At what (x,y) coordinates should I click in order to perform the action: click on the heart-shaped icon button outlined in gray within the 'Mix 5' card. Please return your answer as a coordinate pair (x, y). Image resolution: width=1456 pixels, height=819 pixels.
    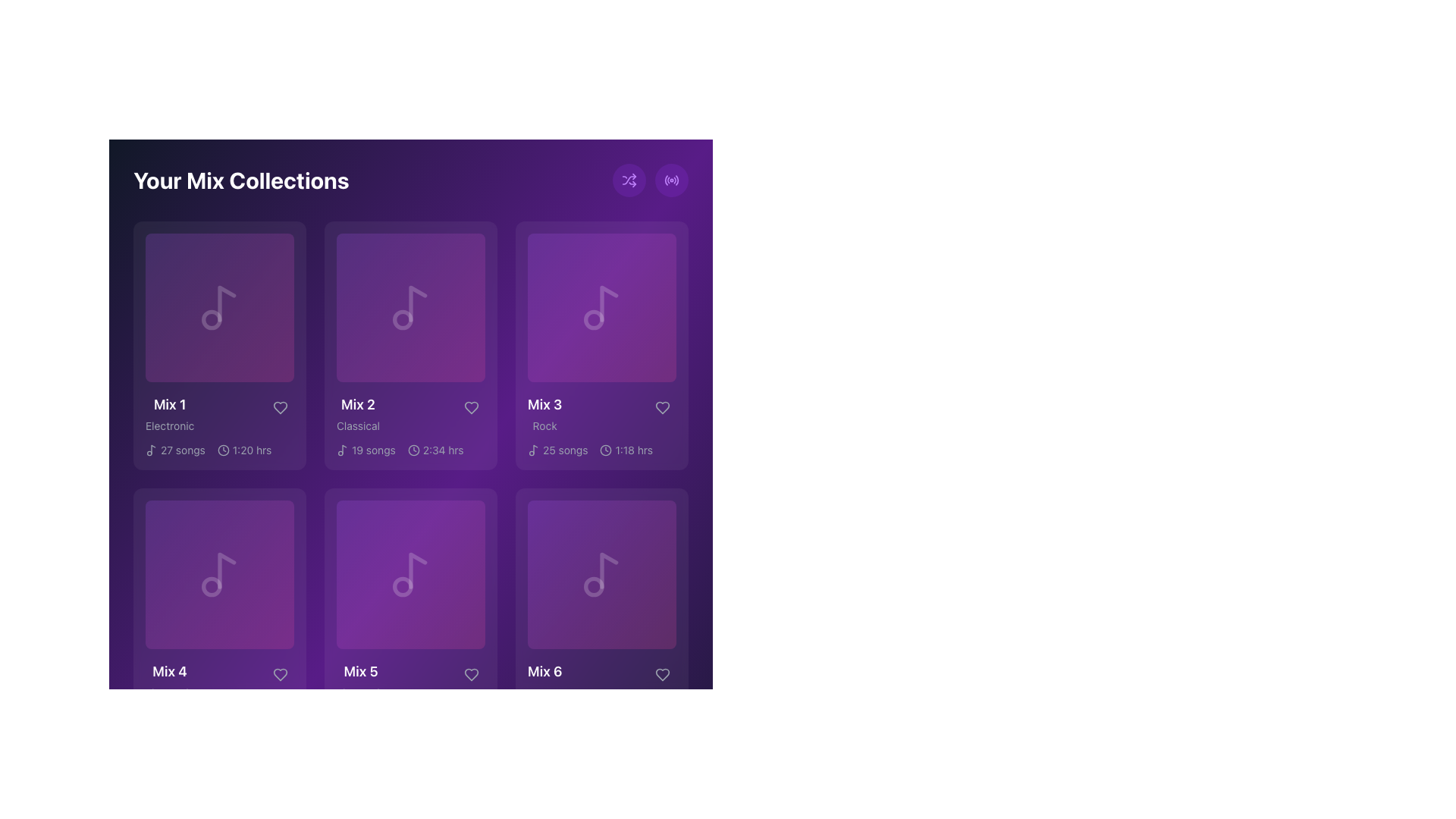
    Looking at the image, I should click on (471, 674).